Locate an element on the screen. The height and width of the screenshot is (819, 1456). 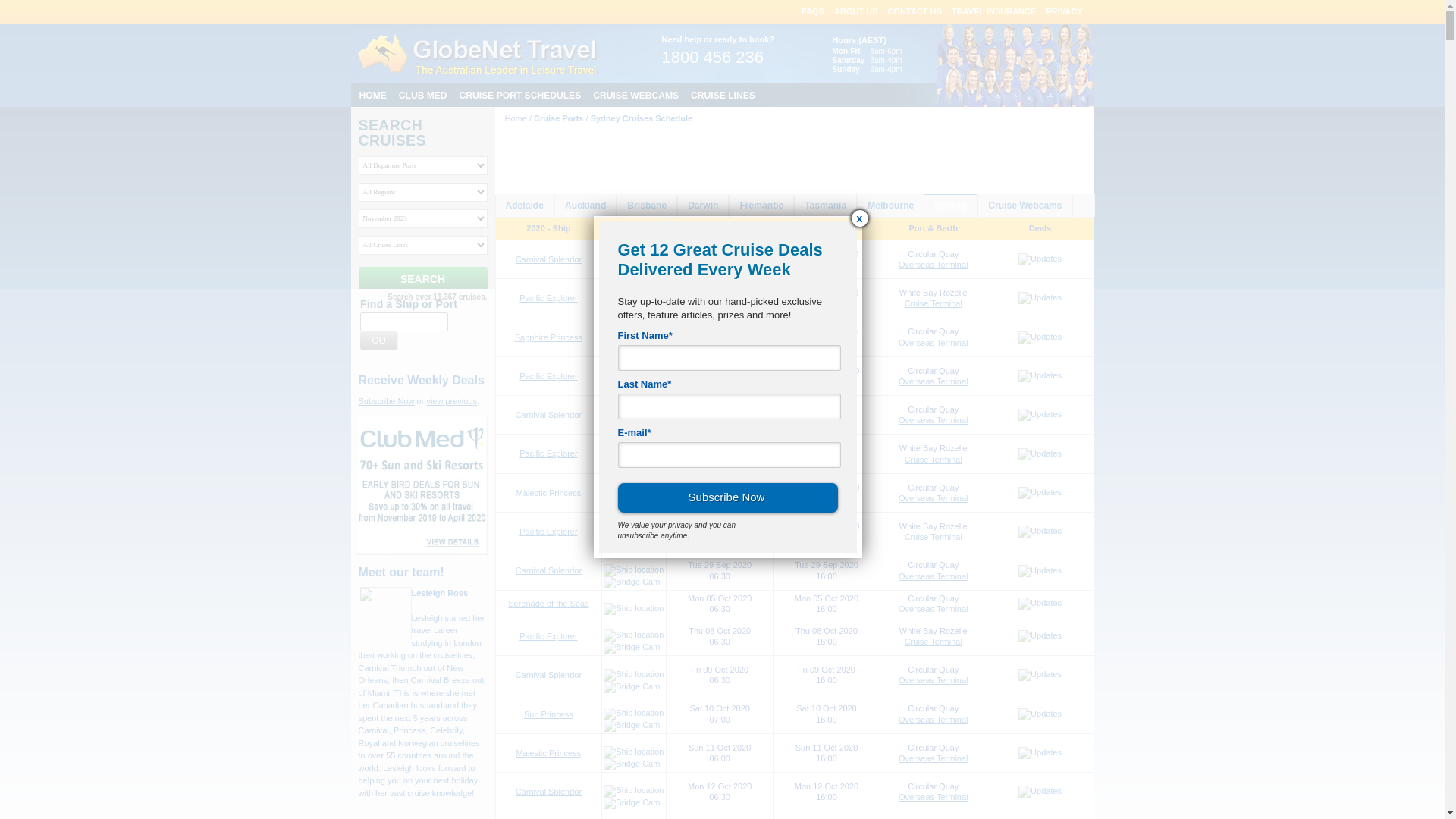
'Cruise Terminal' is located at coordinates (932, 303).